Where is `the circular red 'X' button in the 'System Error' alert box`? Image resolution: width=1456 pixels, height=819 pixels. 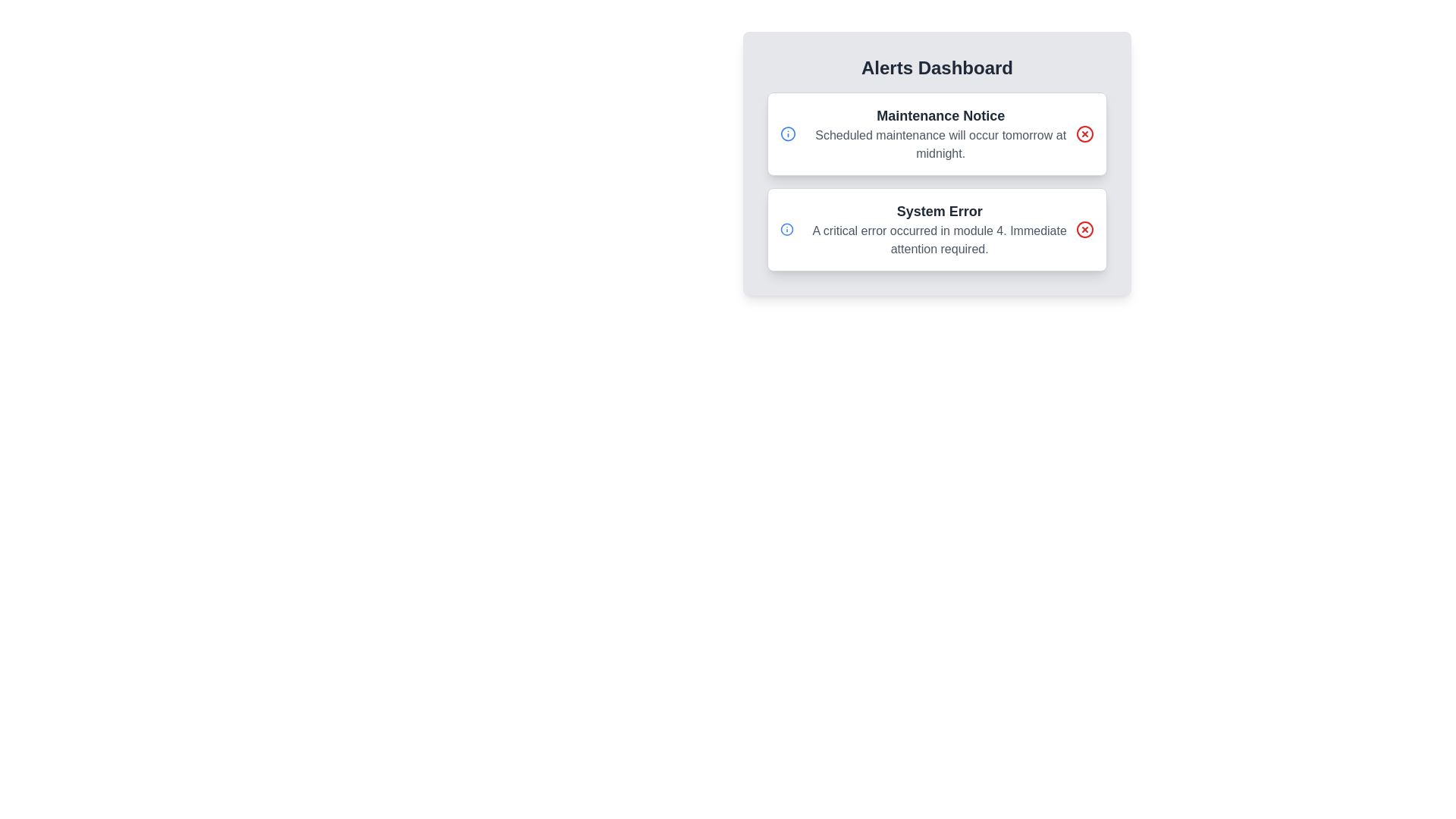 the circular red 'X' button in the 'System Error' alert box is located at coordinates (1084, 230).